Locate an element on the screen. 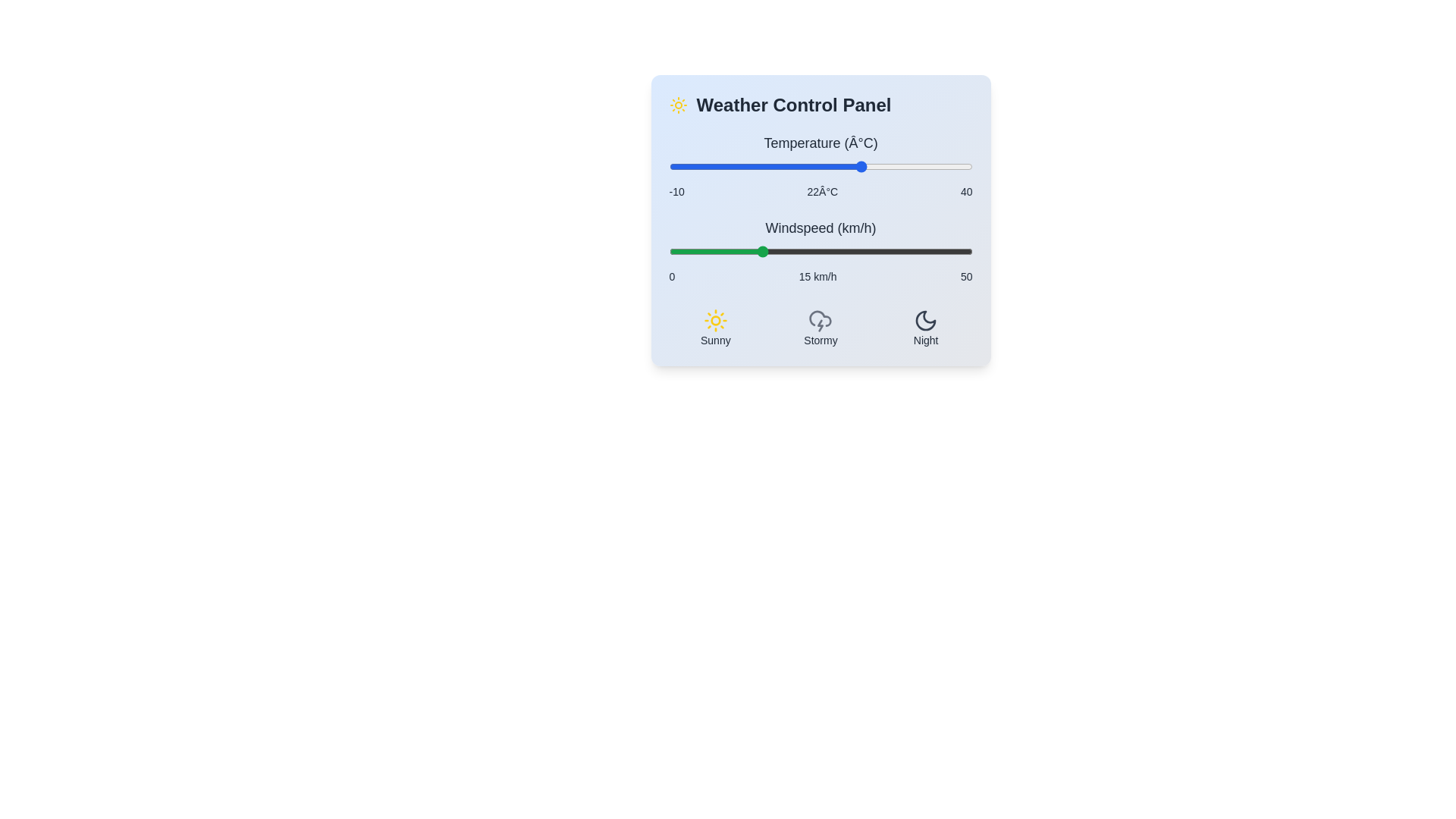 This screenshot has height=819, width=1456. the windspeed is located at coordinates (808, 250).